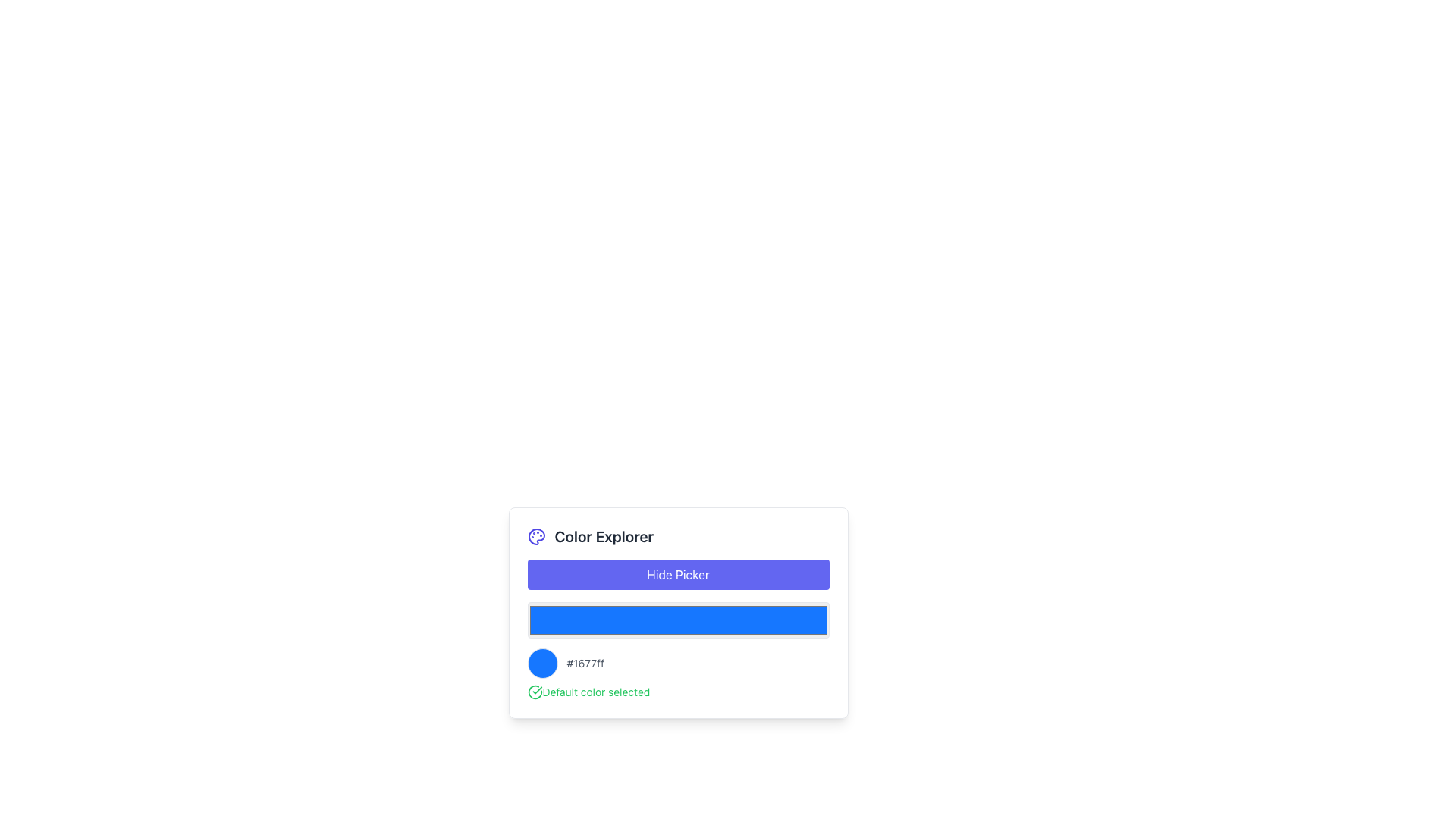  Describe the element at coordinates (603, 536) in the screenshot. I see `the title or heading text for the 'Color Explorer' section, which is positioned to the right of a circular palette icon within the header area of a UI card` at that location.